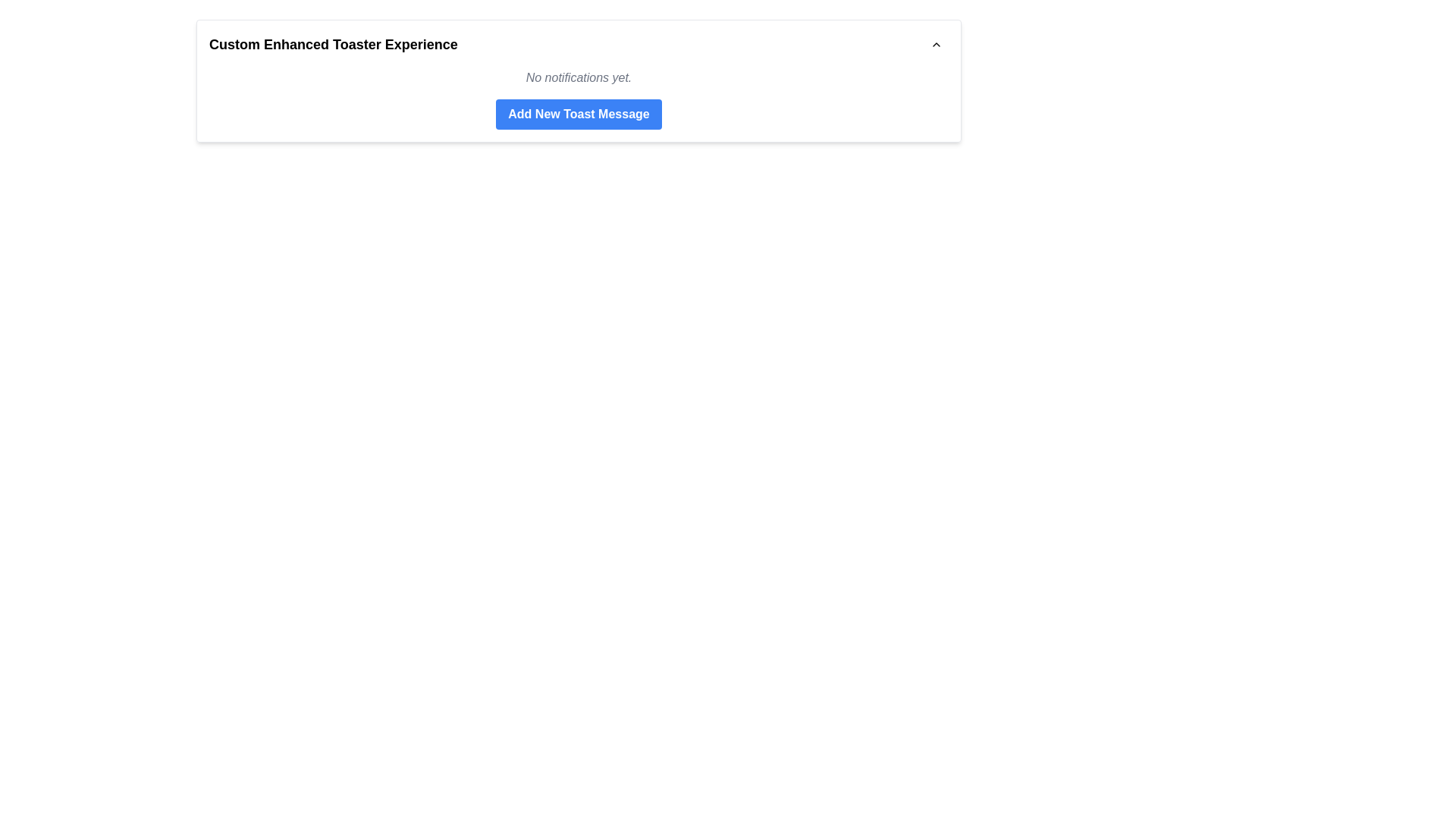  What do you see at coordinates (935, 43) in the screenshot?
I see `the upward-facing chevron icon contained within the button at the top-right corner of the card to trigger potential tooltip or visual feedback` at bounding box center [935, 43].